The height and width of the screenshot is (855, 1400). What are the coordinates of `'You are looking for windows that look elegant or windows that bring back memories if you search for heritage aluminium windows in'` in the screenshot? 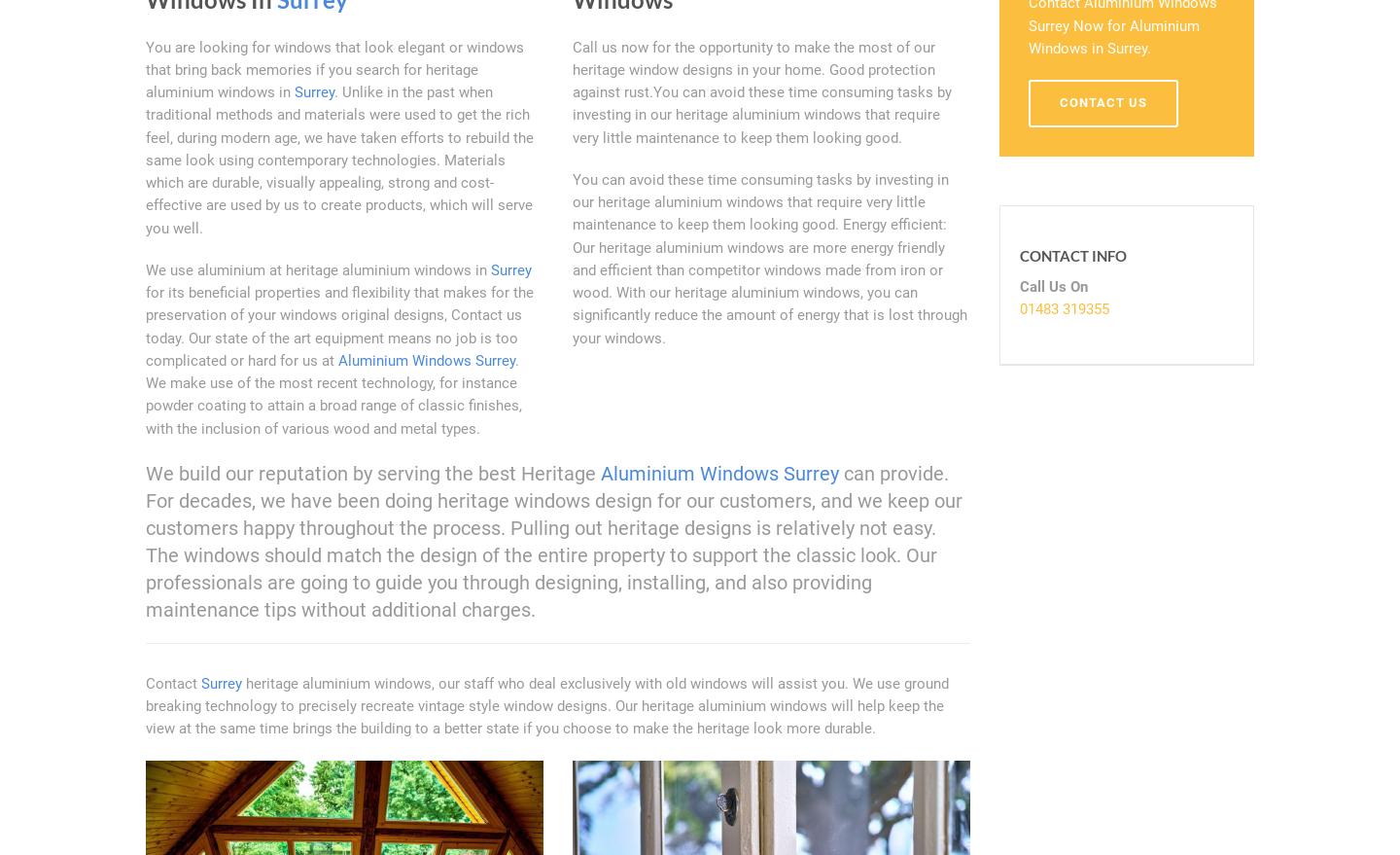 It's located at (334, 69).